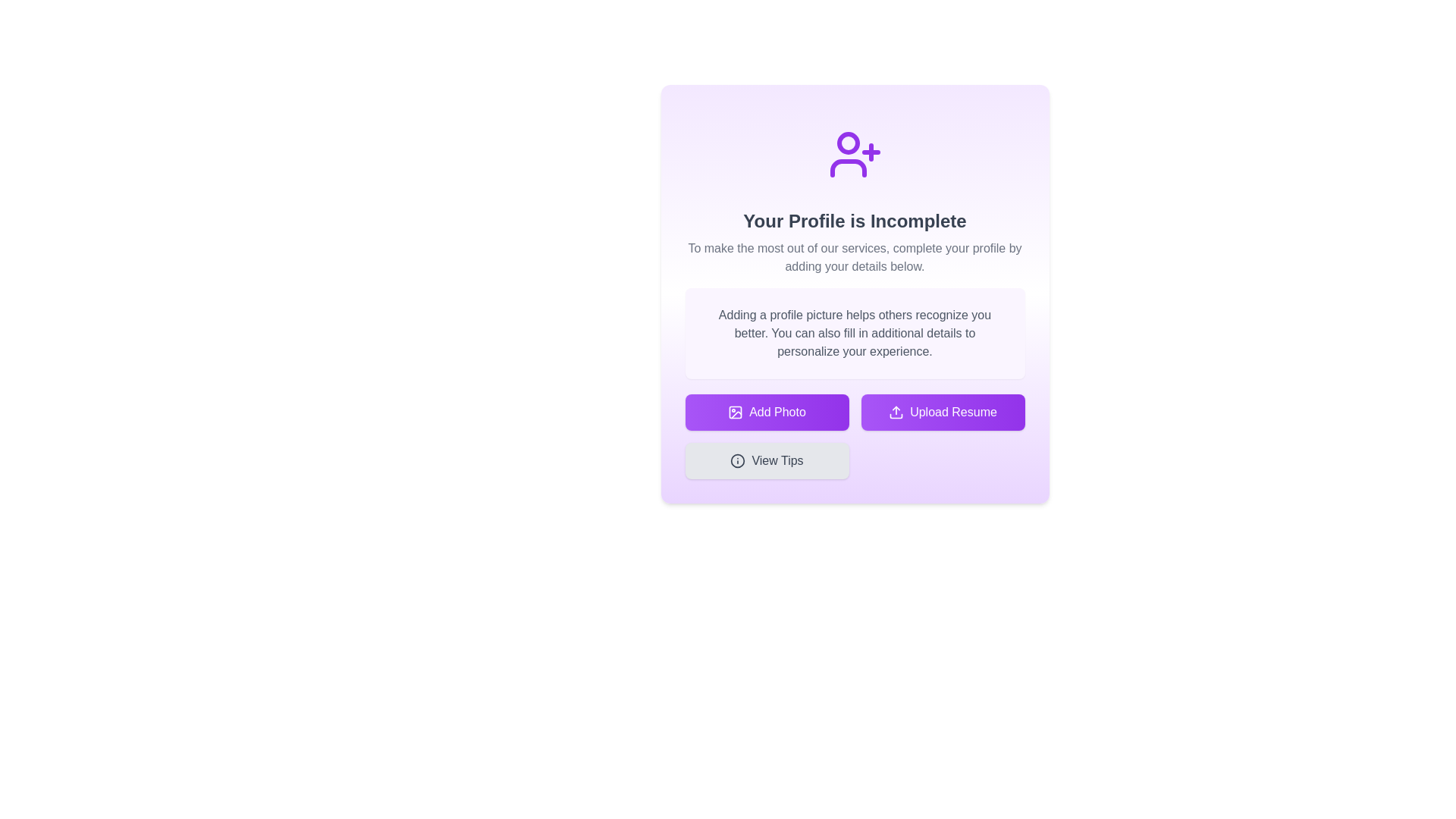 This screenshot has width=1456, height=819. I want to click on the icon that visually represents the action of uploading or adding a photo, which is located to the left of the 'Add Photo' button's text, so click(736, 412).